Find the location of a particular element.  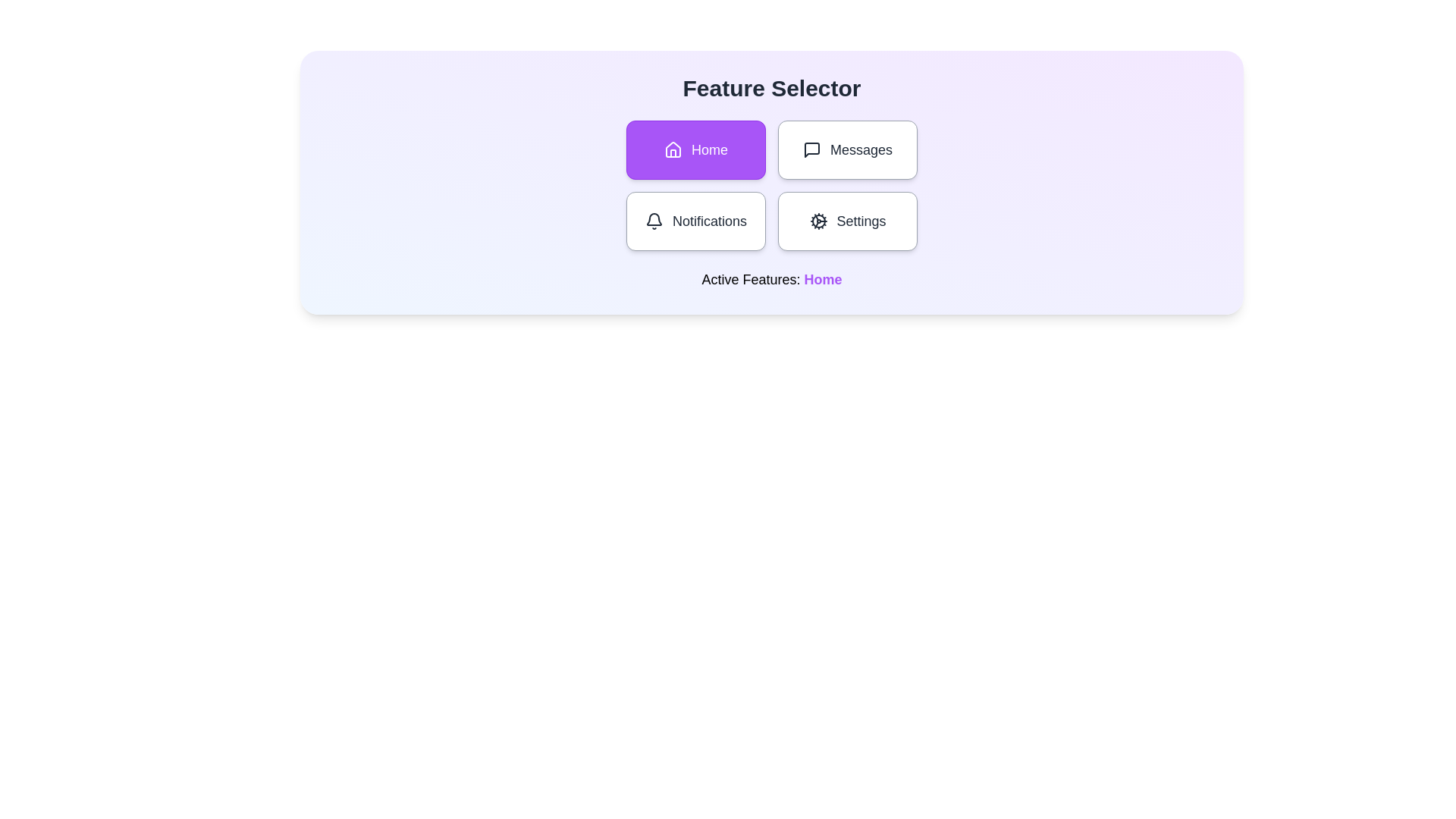

SVG icon depicting a speech bubble located inside the 'Messages' button, which is the second button in a row of feature selector buttons is located at coordinates (811, 149).